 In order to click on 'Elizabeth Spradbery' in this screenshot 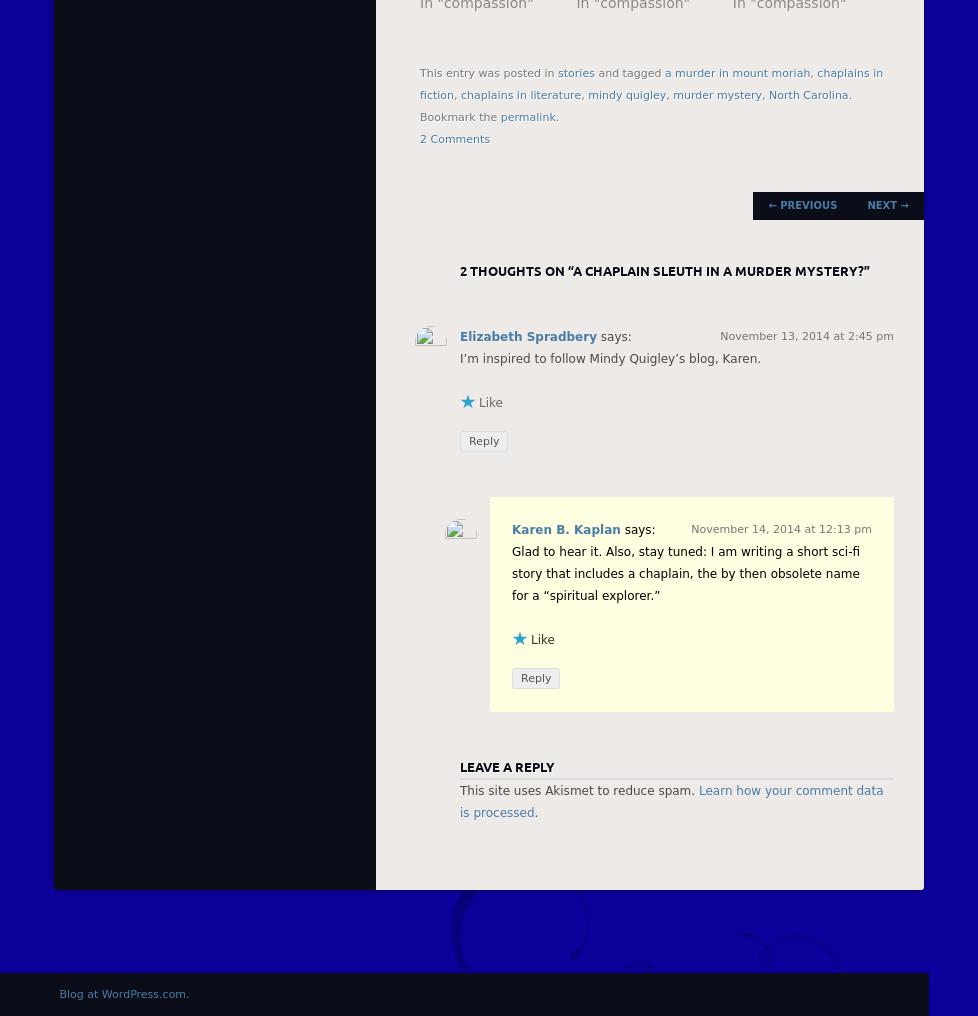, I will do `click(528, 337)`.